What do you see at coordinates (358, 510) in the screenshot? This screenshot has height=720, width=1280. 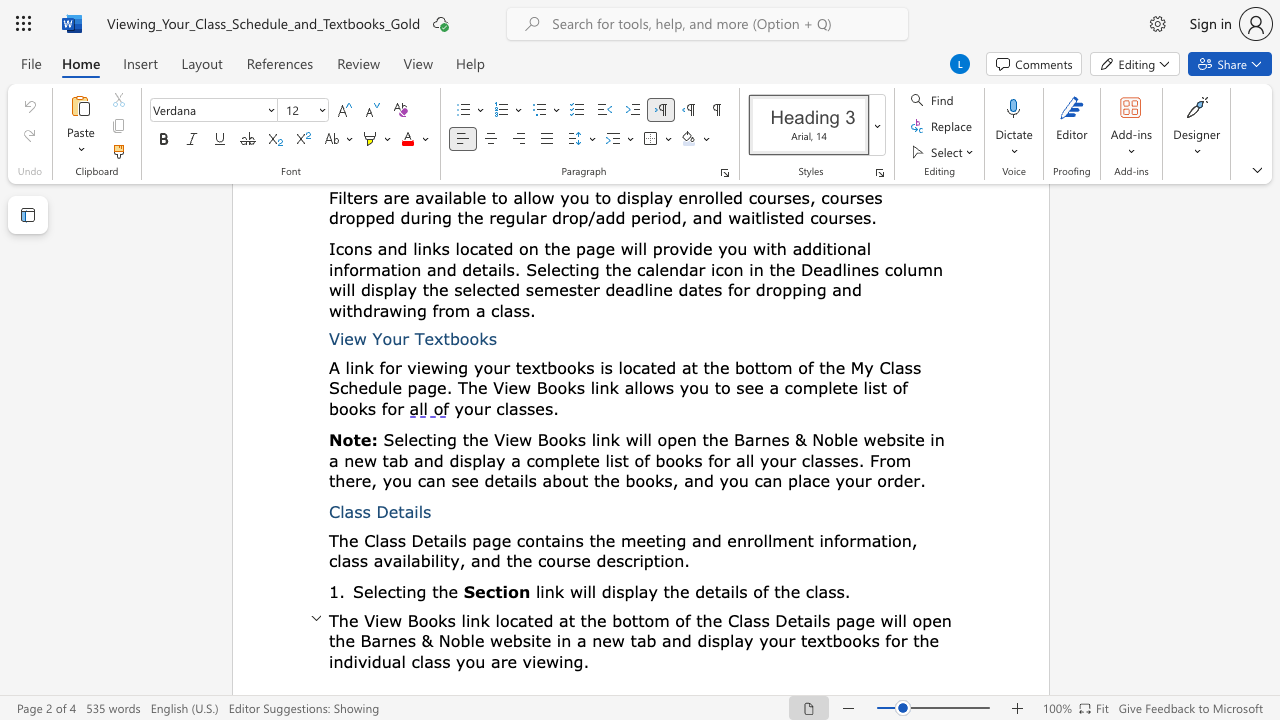 I see `the 1th character "s" in the text` at bounding box center [358, 510].